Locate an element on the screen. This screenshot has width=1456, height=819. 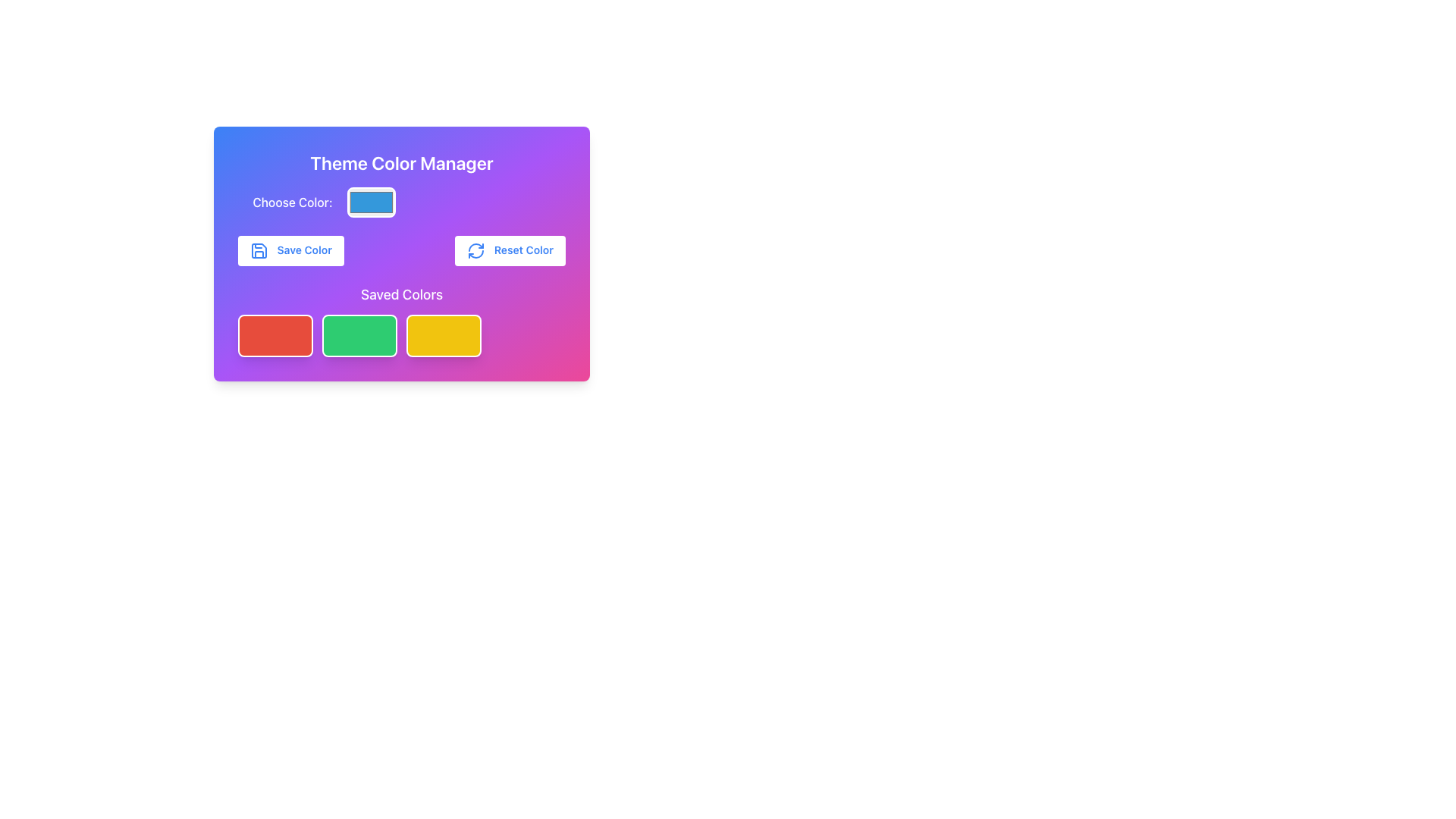
the color picker input field is located at coordinates (371, 201).